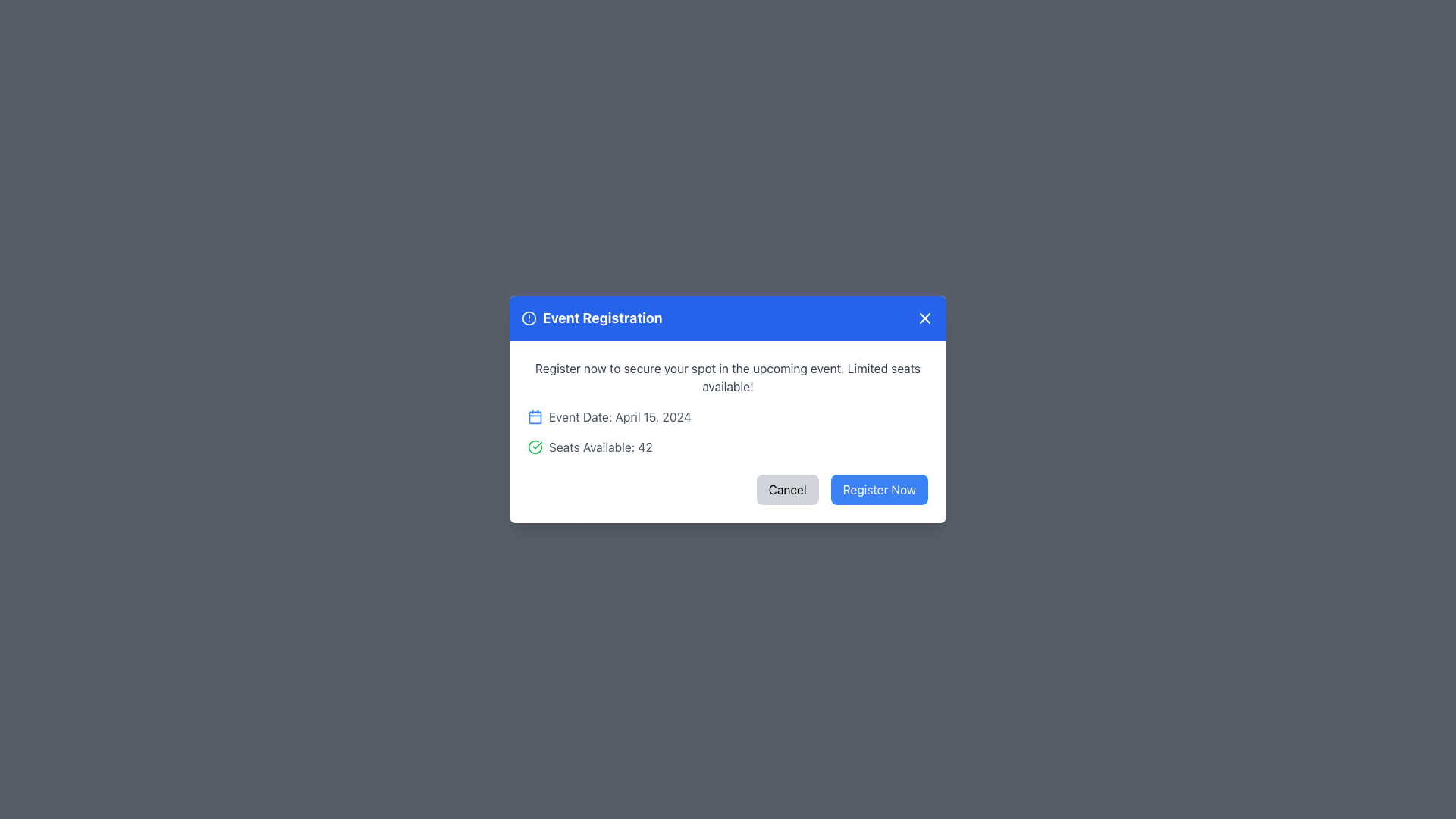  I want to click on the close button (X icon) located in the top-right corner of the 'Event Registration' header bar, so click(924, 318).